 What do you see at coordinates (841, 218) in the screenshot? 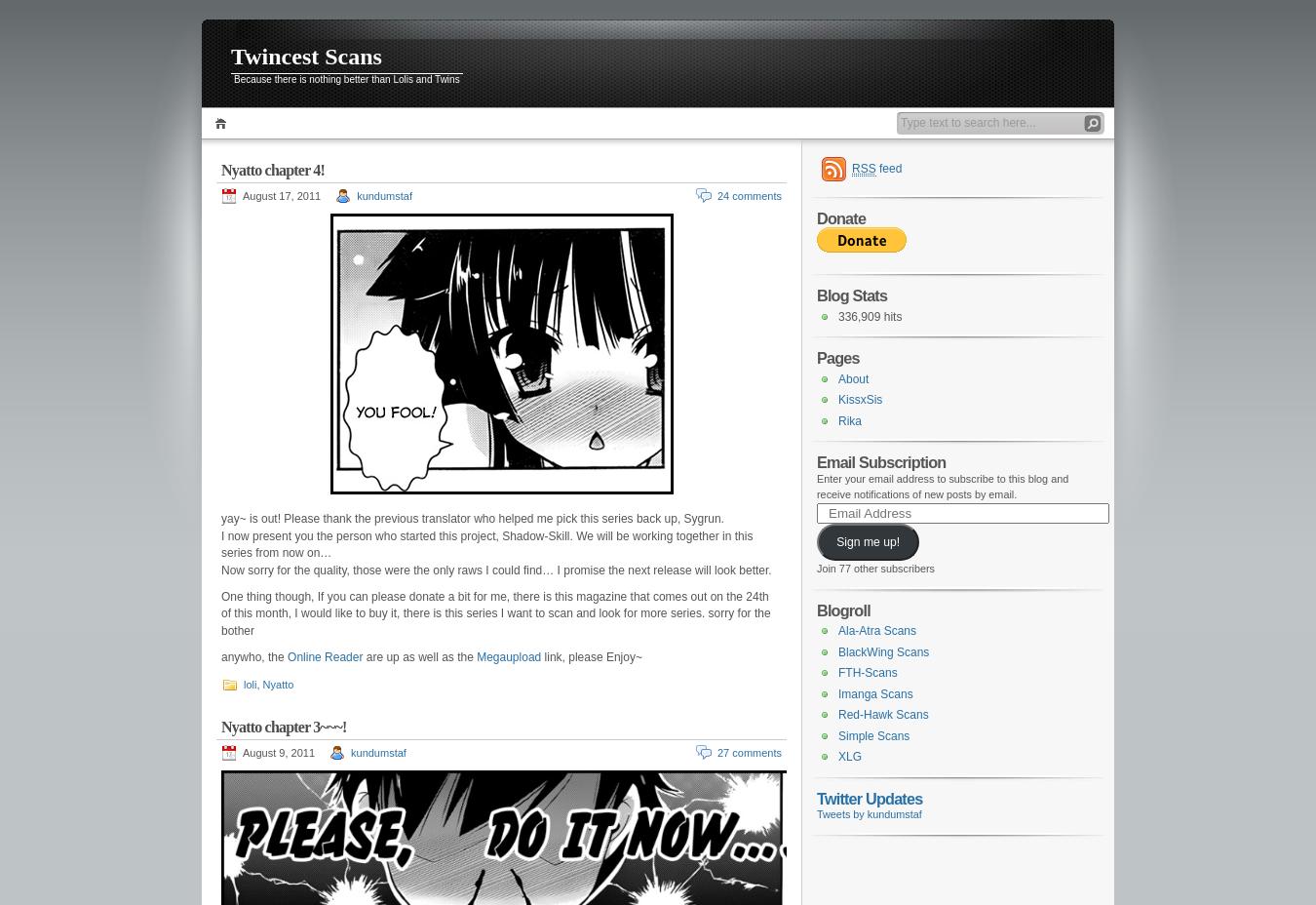
I see `'Donate'` at bounding box center [841, 218].